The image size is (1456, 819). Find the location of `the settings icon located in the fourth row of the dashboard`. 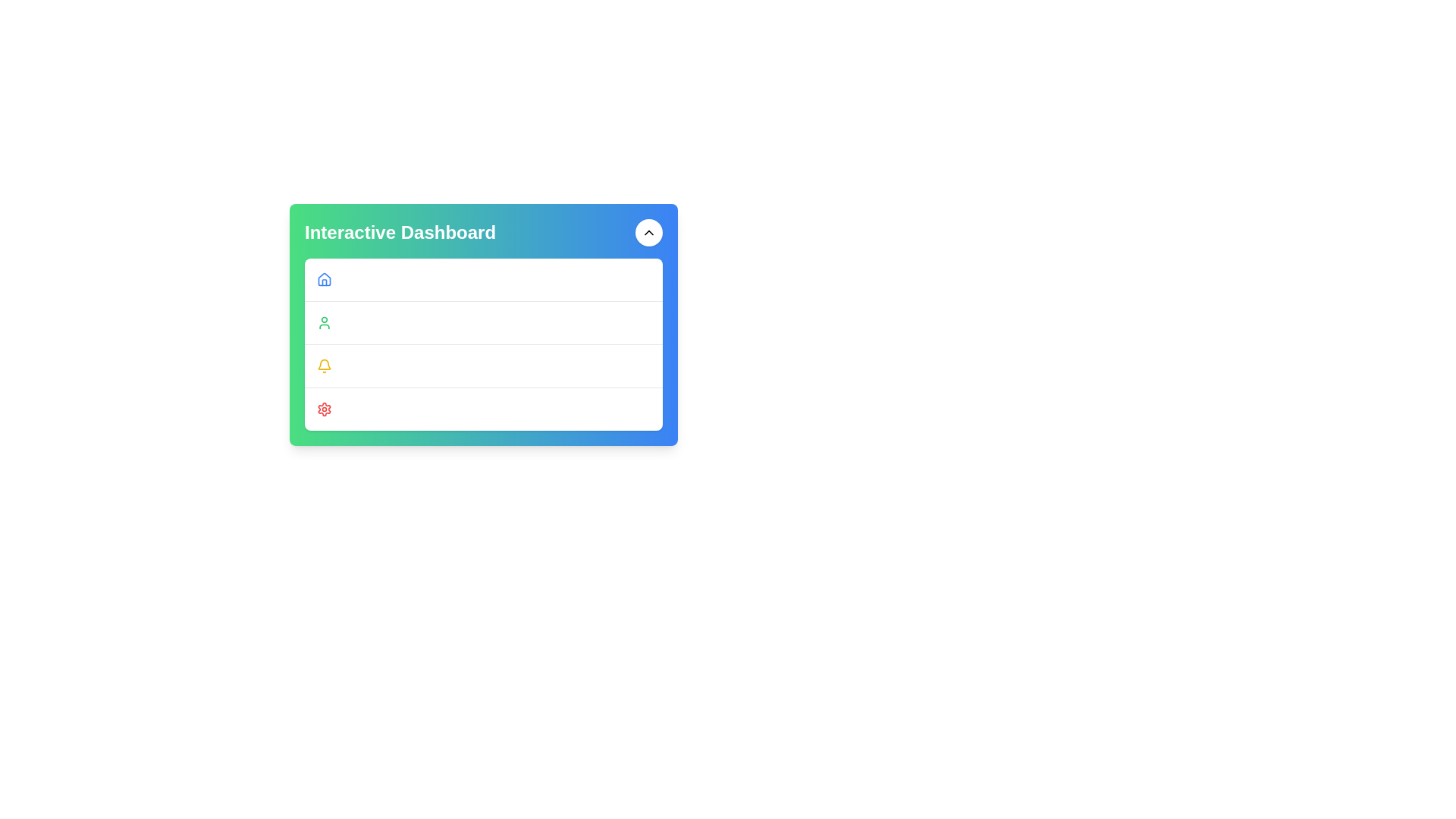

the settings icon located in the fourth row of the dashboard is located at coordinates (323, 409).